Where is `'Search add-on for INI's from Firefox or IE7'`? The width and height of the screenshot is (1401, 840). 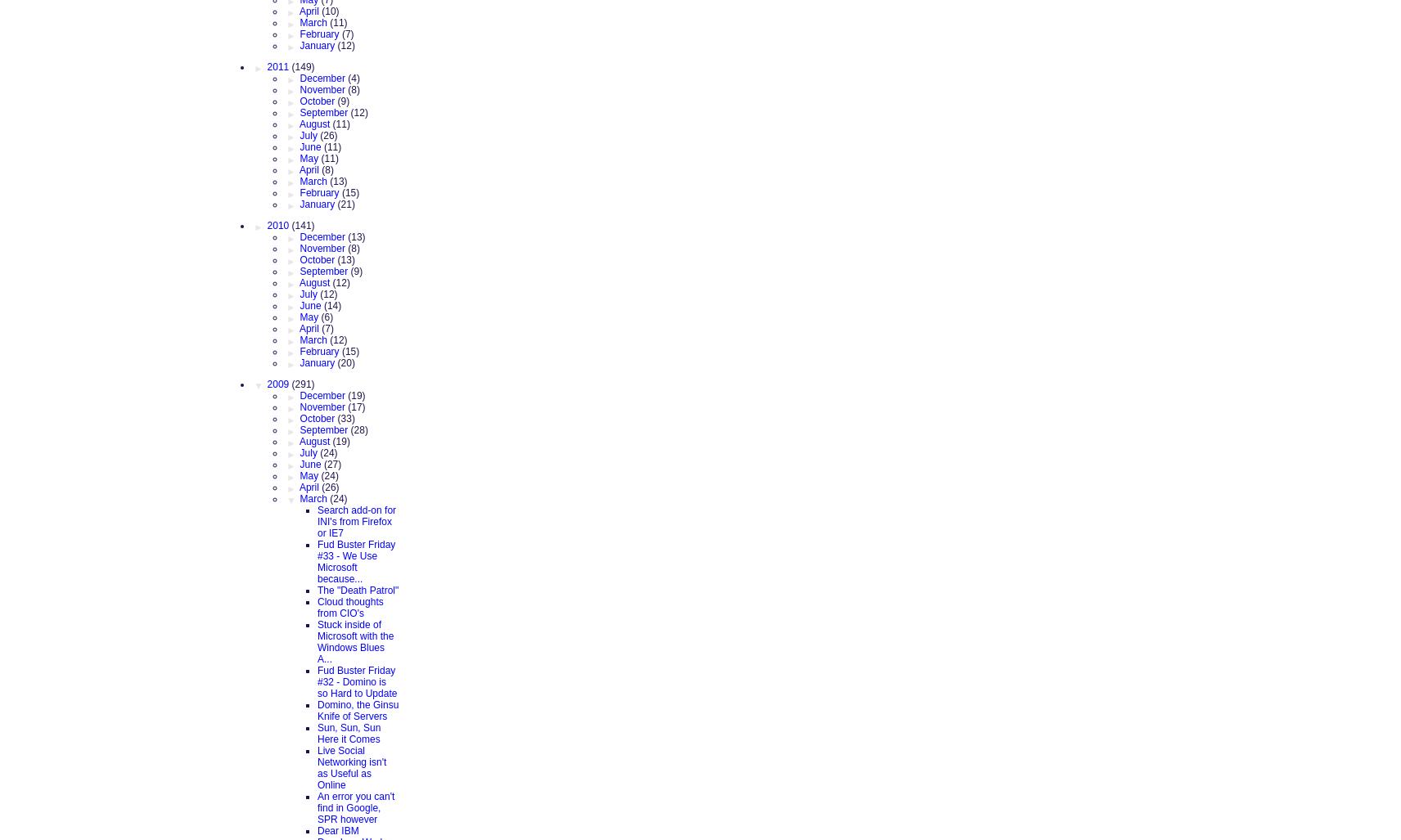 'Search add-on for INI's from Firefox or IE7' is located at coordinates (317, 520).